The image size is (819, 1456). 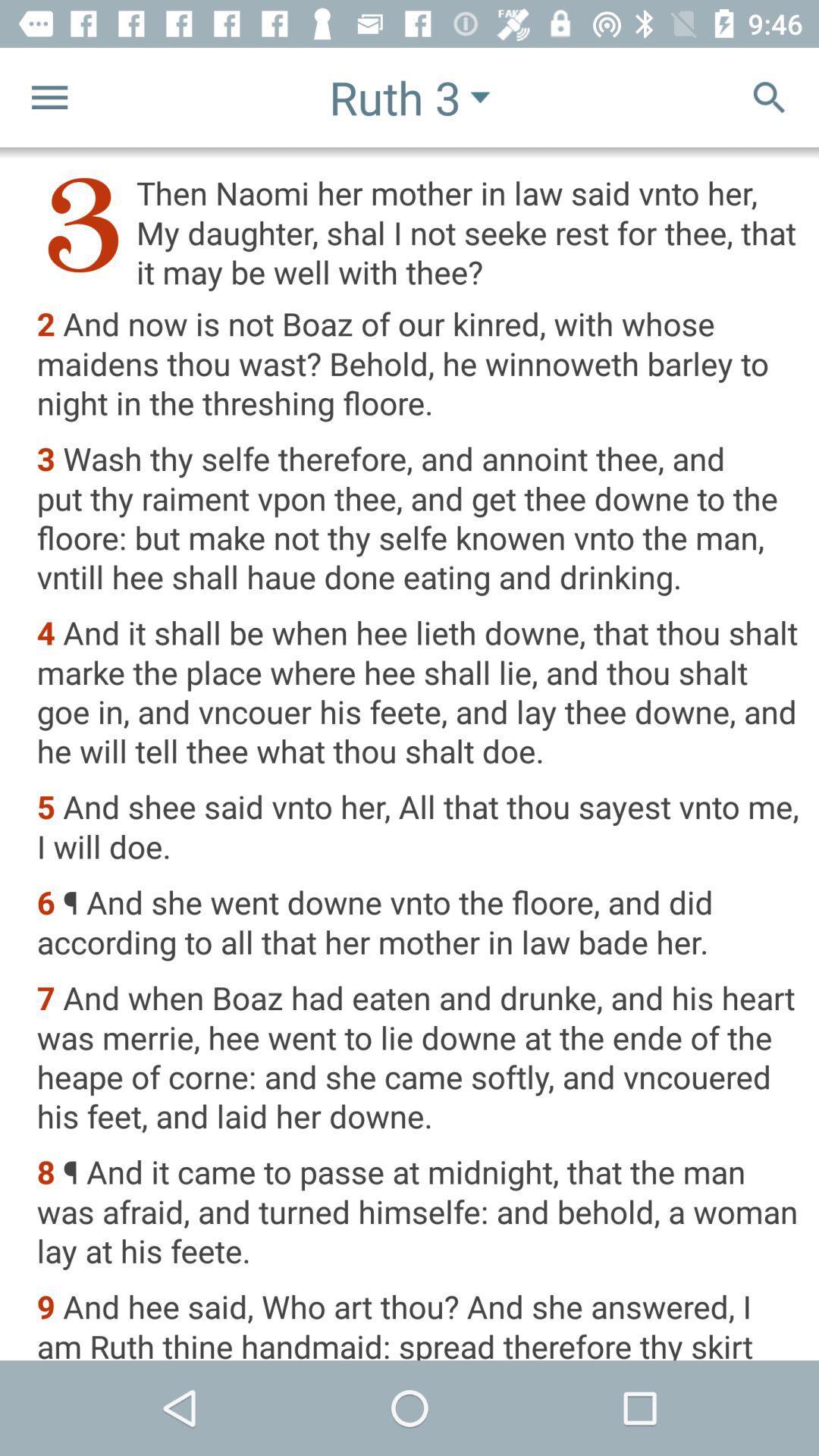 I want to click on the menu icon, so click(x=49, y=96).